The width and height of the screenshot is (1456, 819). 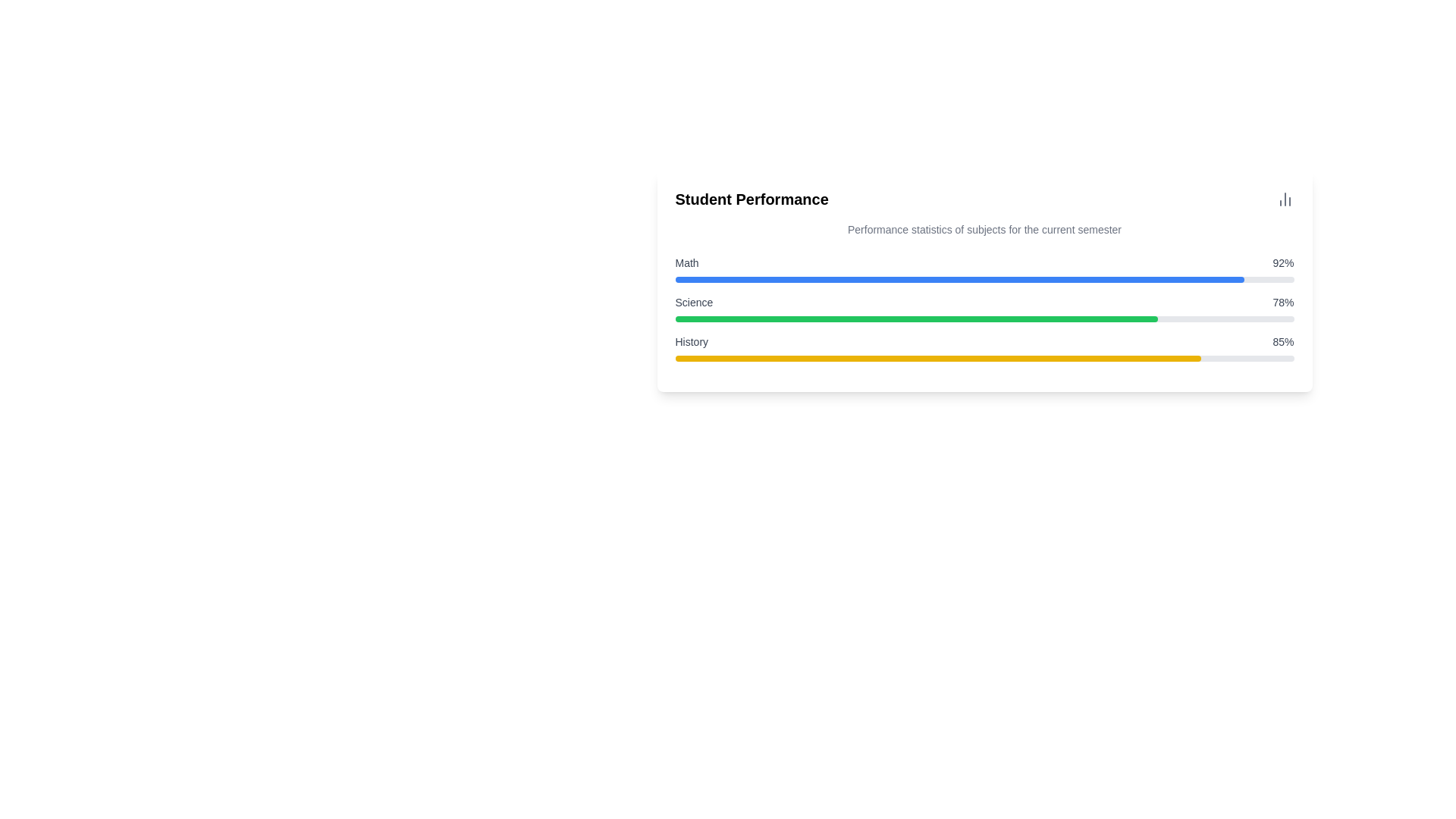 What do you see at coordinates (984, 302) in the screenshot?
I see `performance metric display row for the 'Science' subject, which is the second row under the 'Student Performance' title, to retrieve additional details` at bounding box center [984, 302].